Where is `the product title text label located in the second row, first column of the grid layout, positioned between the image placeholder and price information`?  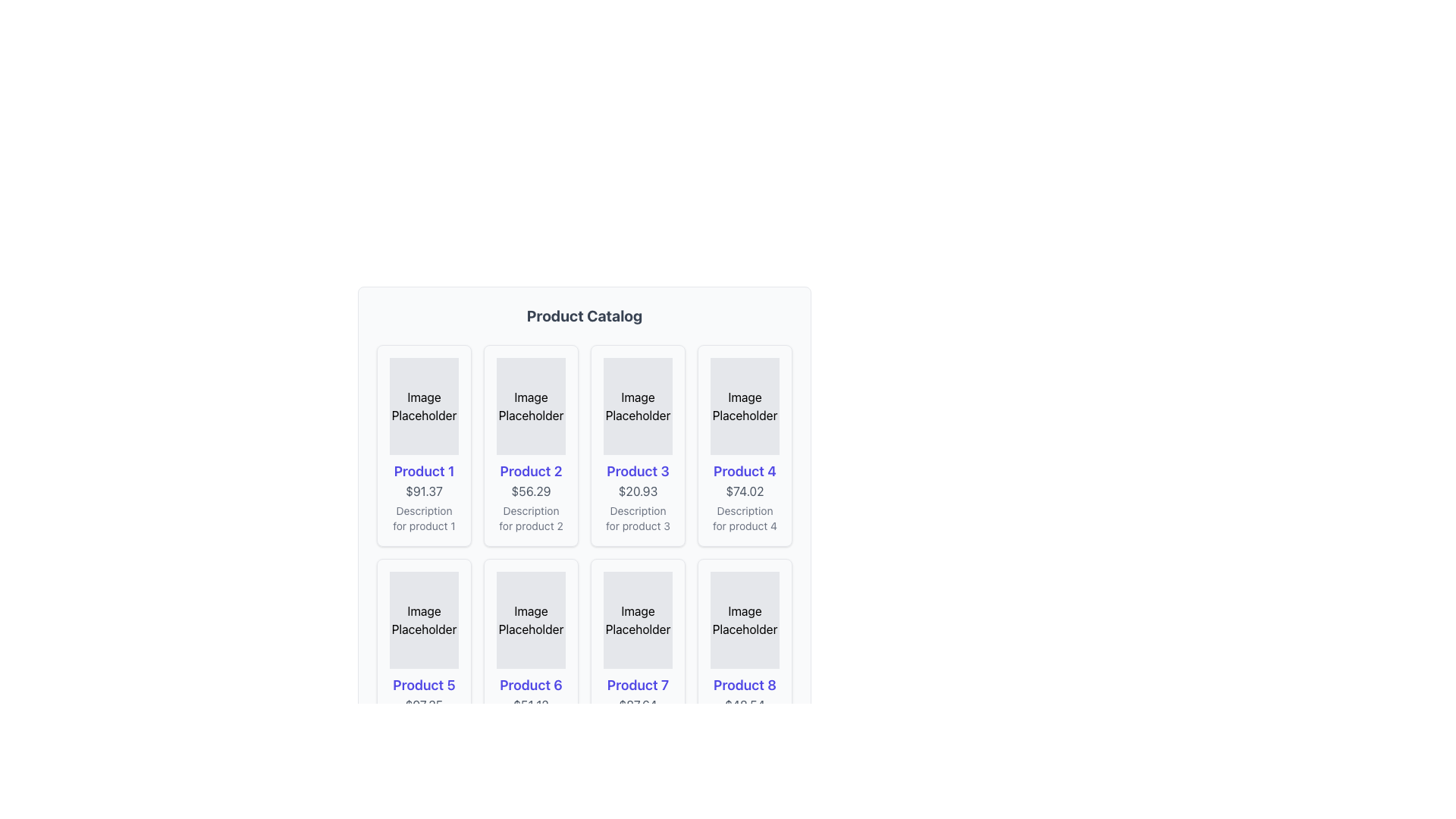
the product title text label located in the second row, first column of the grid layout, positioned between the image placeholder and price information is located at coordinates (424, 685).